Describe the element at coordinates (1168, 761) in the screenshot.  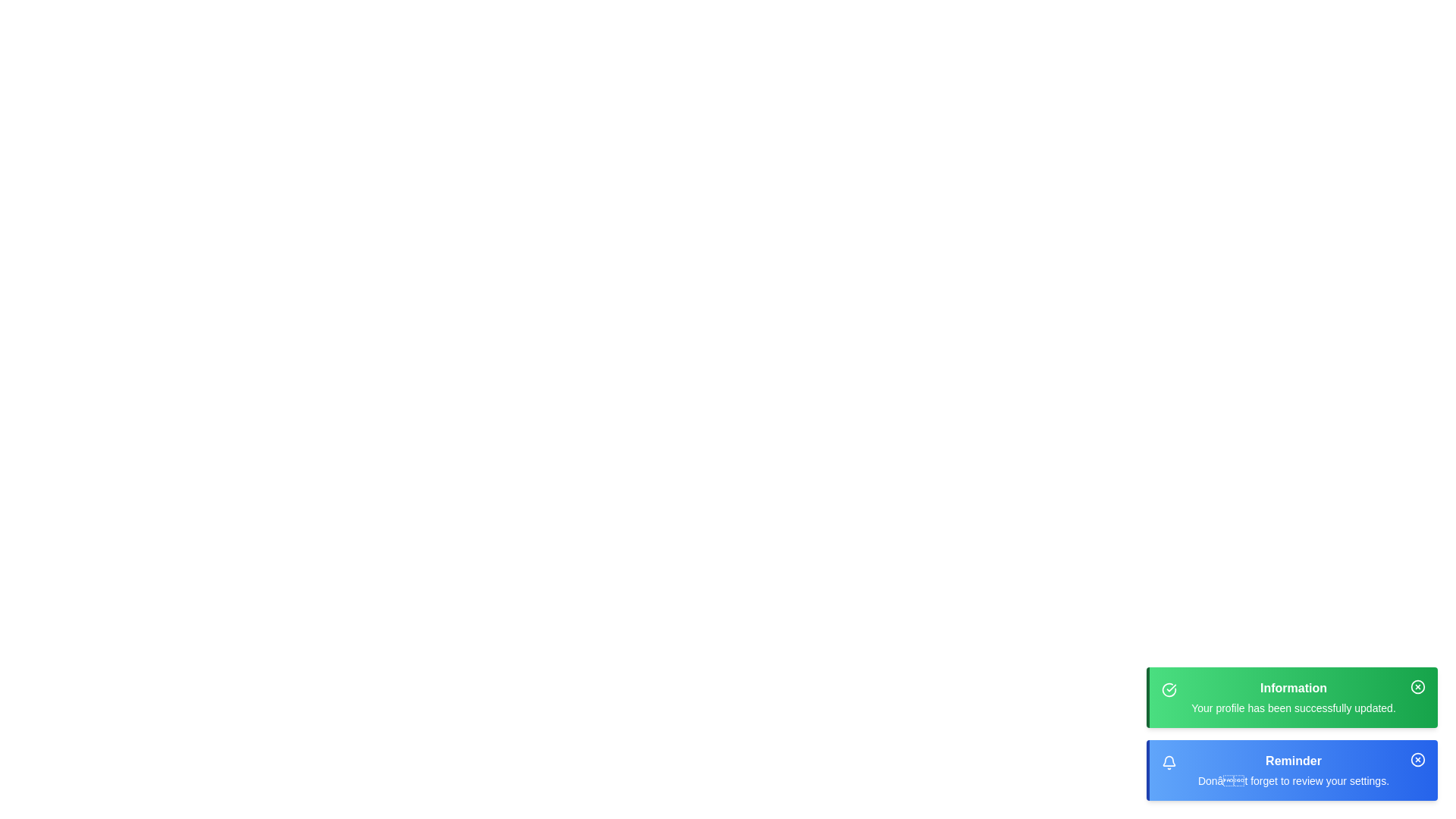
I see `the bell icon, which is a vector graphic styled with a circular dome top and a wider curved base, located in the top-right area of the interface` at that location.